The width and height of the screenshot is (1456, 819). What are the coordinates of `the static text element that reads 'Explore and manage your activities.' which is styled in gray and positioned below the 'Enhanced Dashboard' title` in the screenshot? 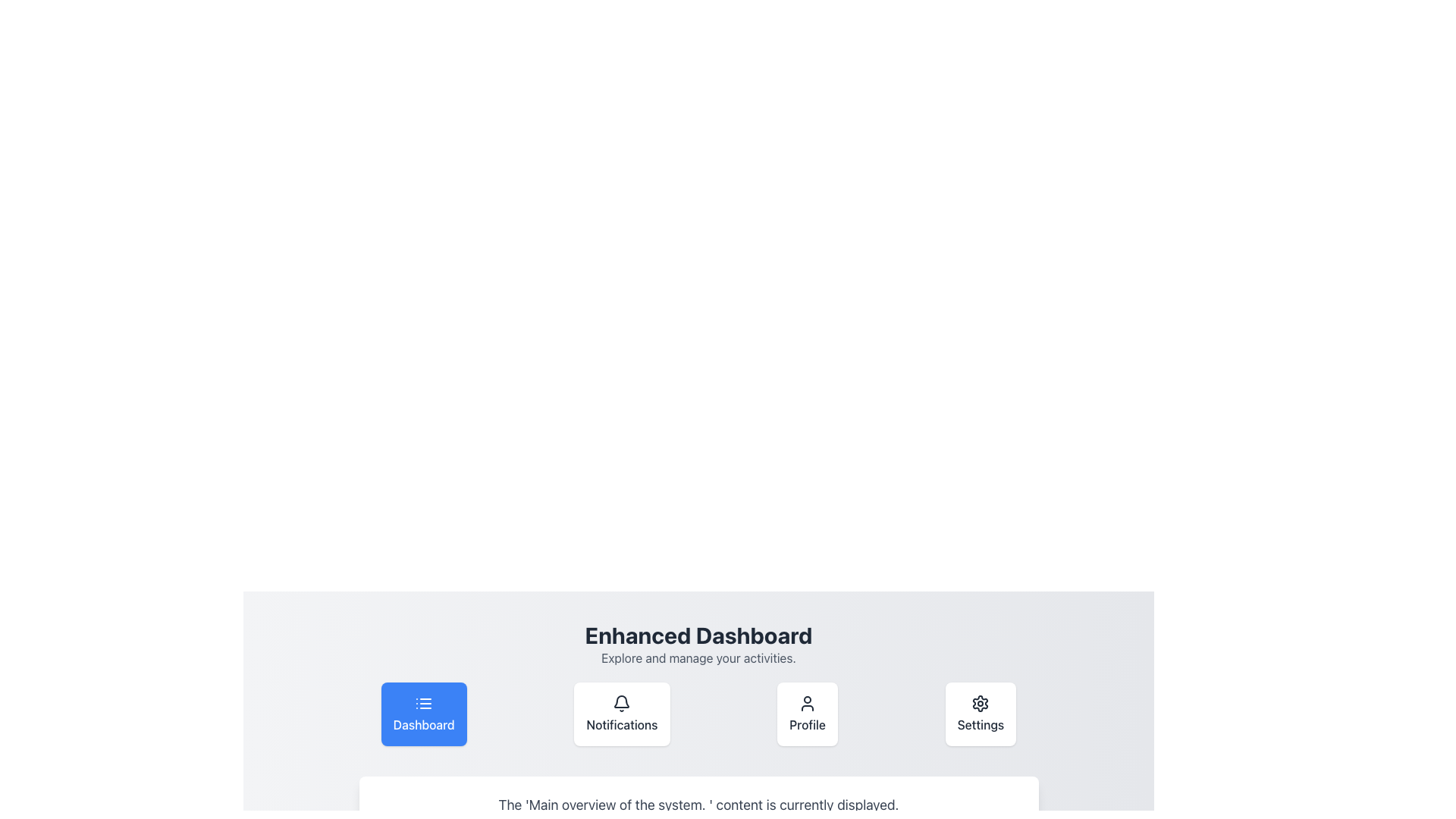 It's located at (698, 657).